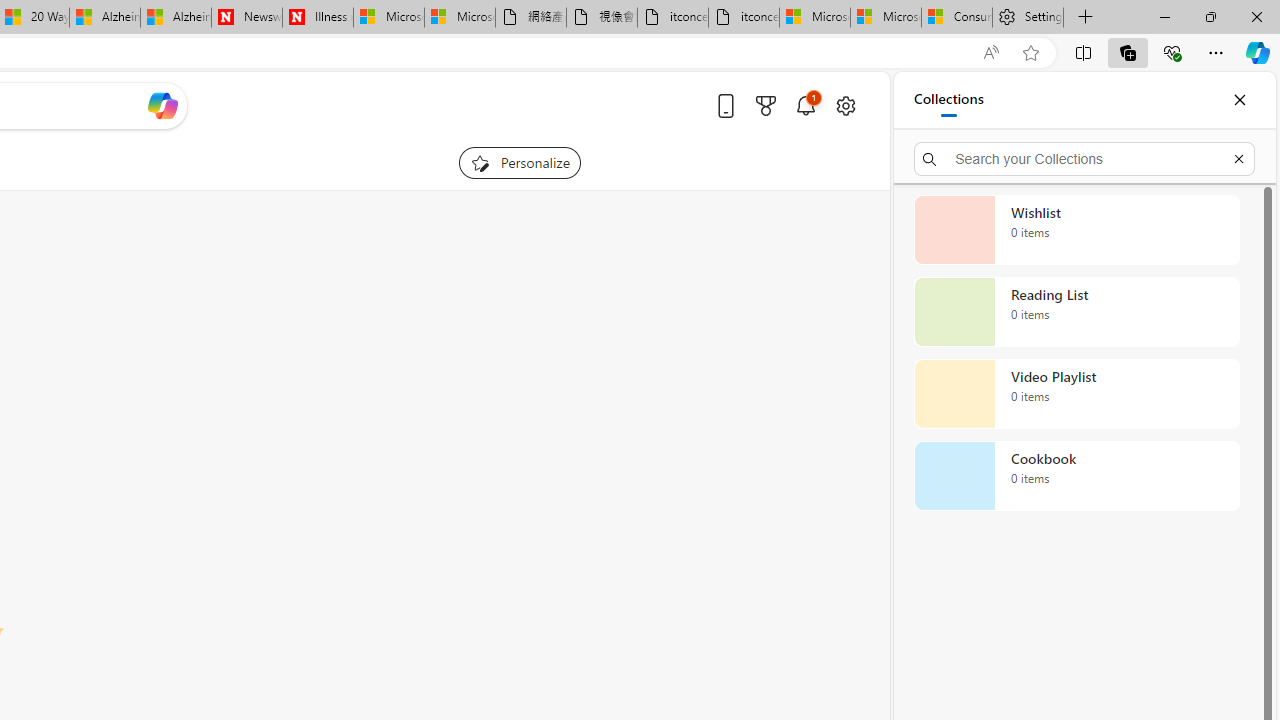  I want to click on 'Video Playlist collection, 0 items', so click(1076, 394).